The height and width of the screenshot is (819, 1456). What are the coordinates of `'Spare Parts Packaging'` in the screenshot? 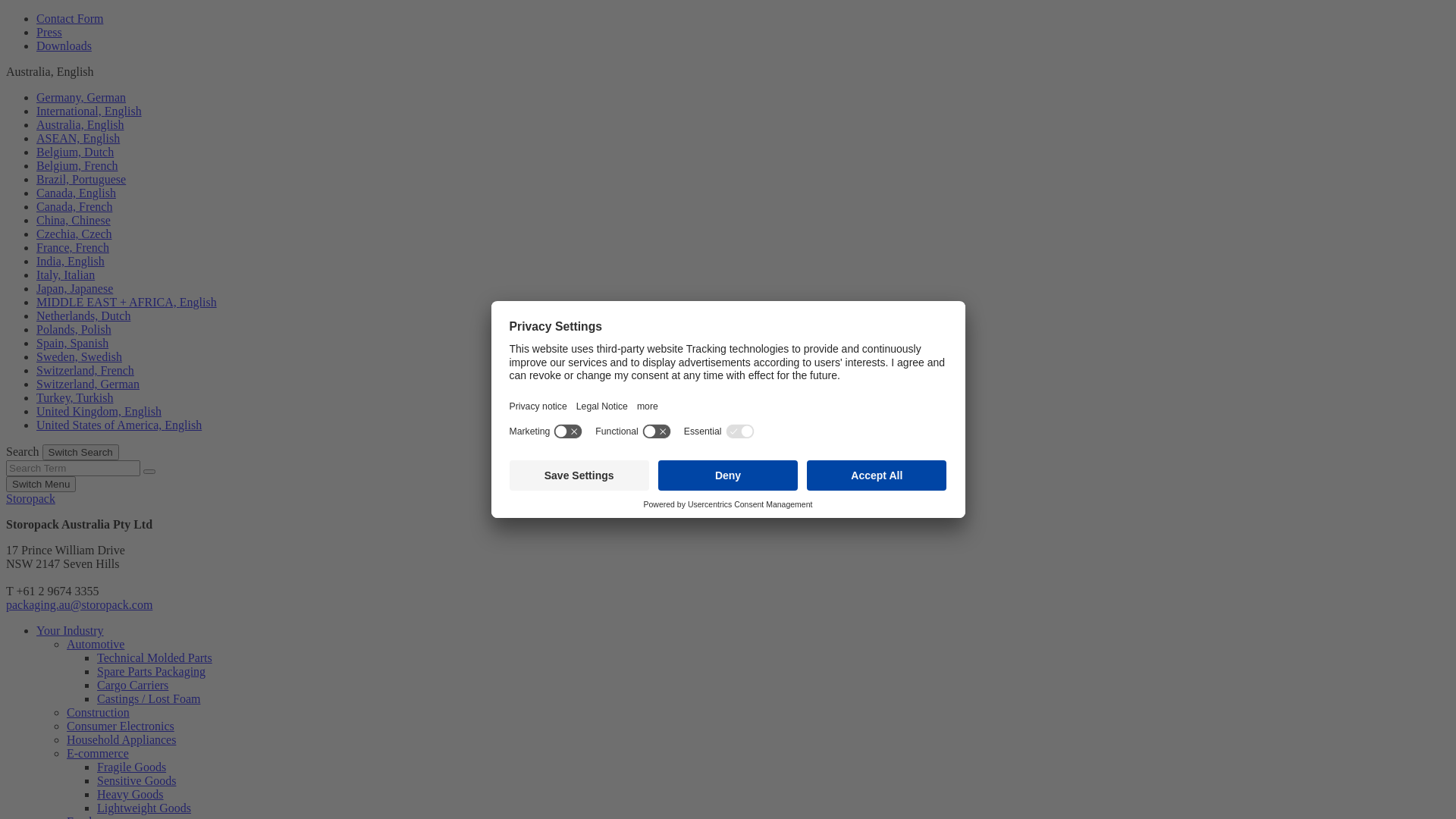 It's located at (151, 670).